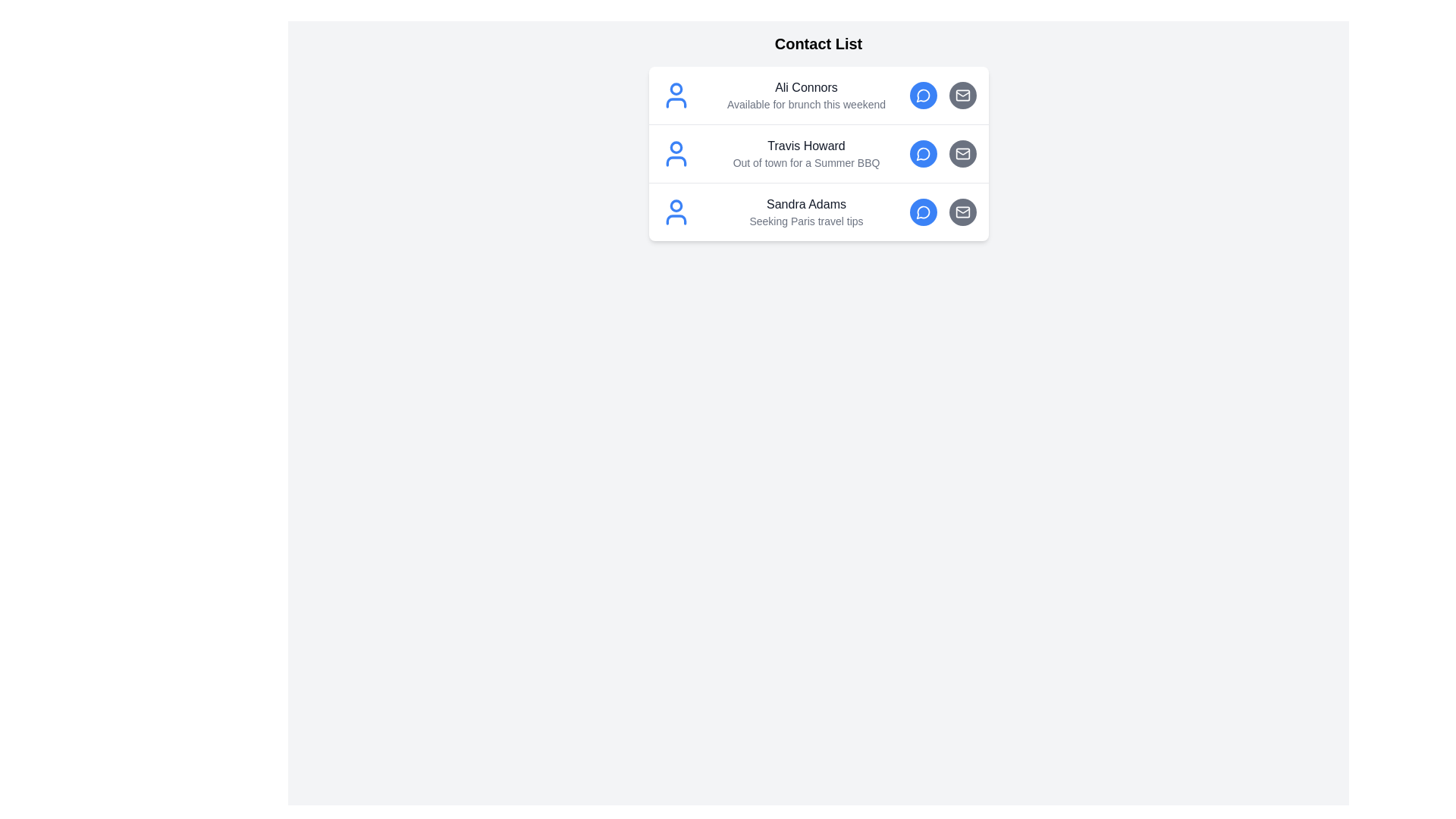  What do you see at coordinates (922, 96) in the screenshot?
I see `the icon button for initiating a message or conversation related to the contact 'Ali Connors' in the first row of the contact list` at bounding box center [922, 96].